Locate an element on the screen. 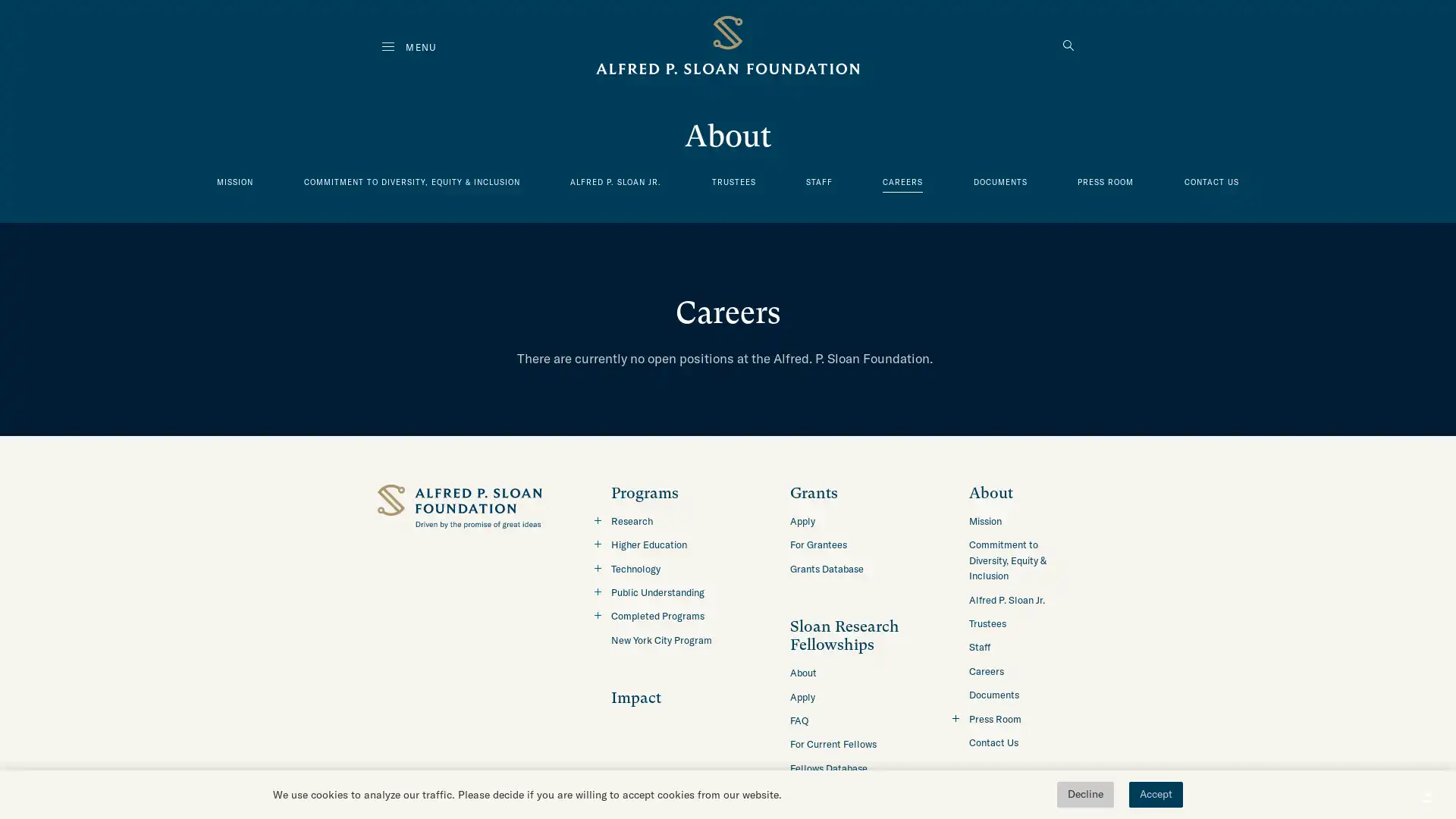  Click to expand this navigation menu is located at coordinates (596, 567).